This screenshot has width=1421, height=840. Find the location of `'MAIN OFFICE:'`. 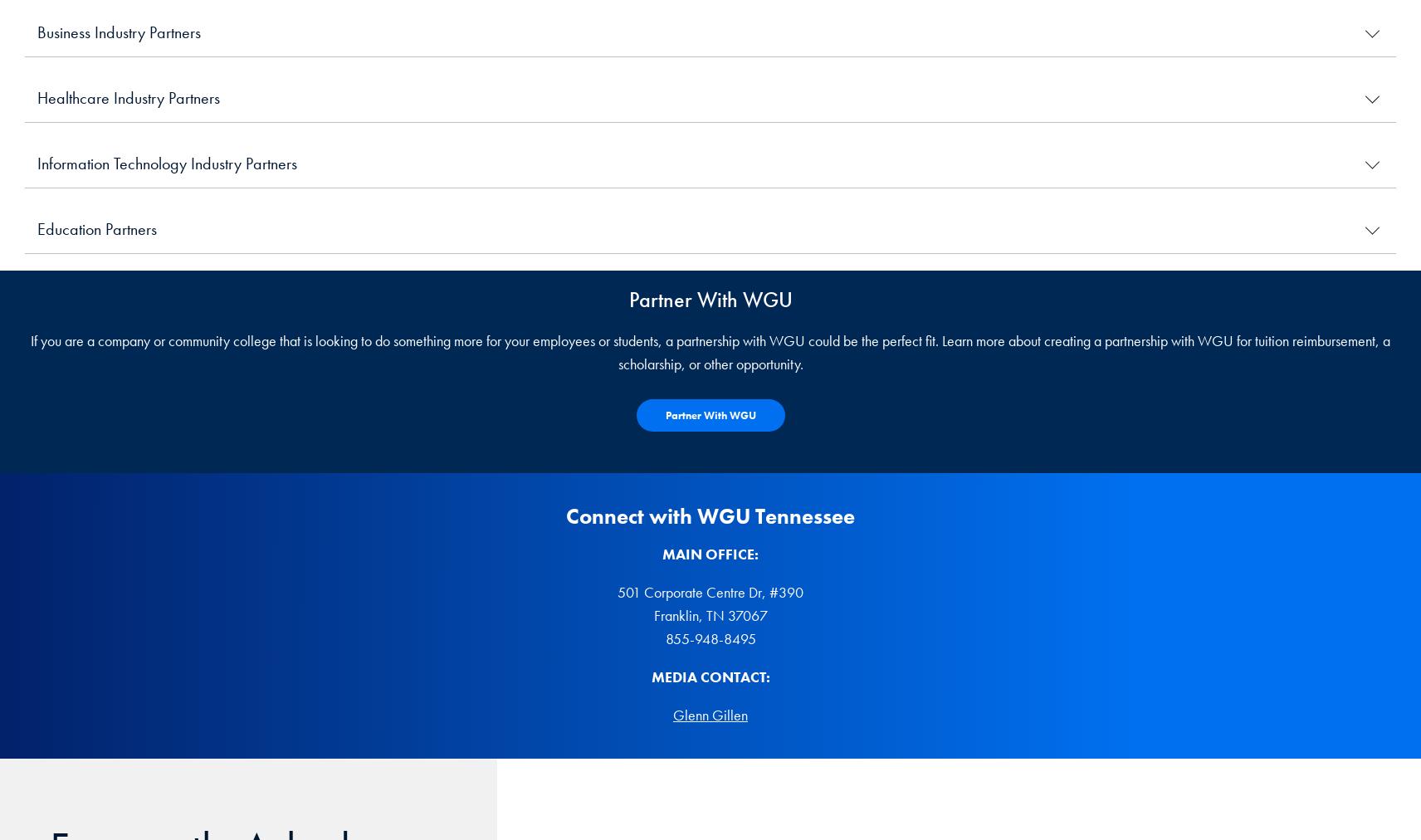

'MAIN OFFICE:' is located at coordinates (710, 554).